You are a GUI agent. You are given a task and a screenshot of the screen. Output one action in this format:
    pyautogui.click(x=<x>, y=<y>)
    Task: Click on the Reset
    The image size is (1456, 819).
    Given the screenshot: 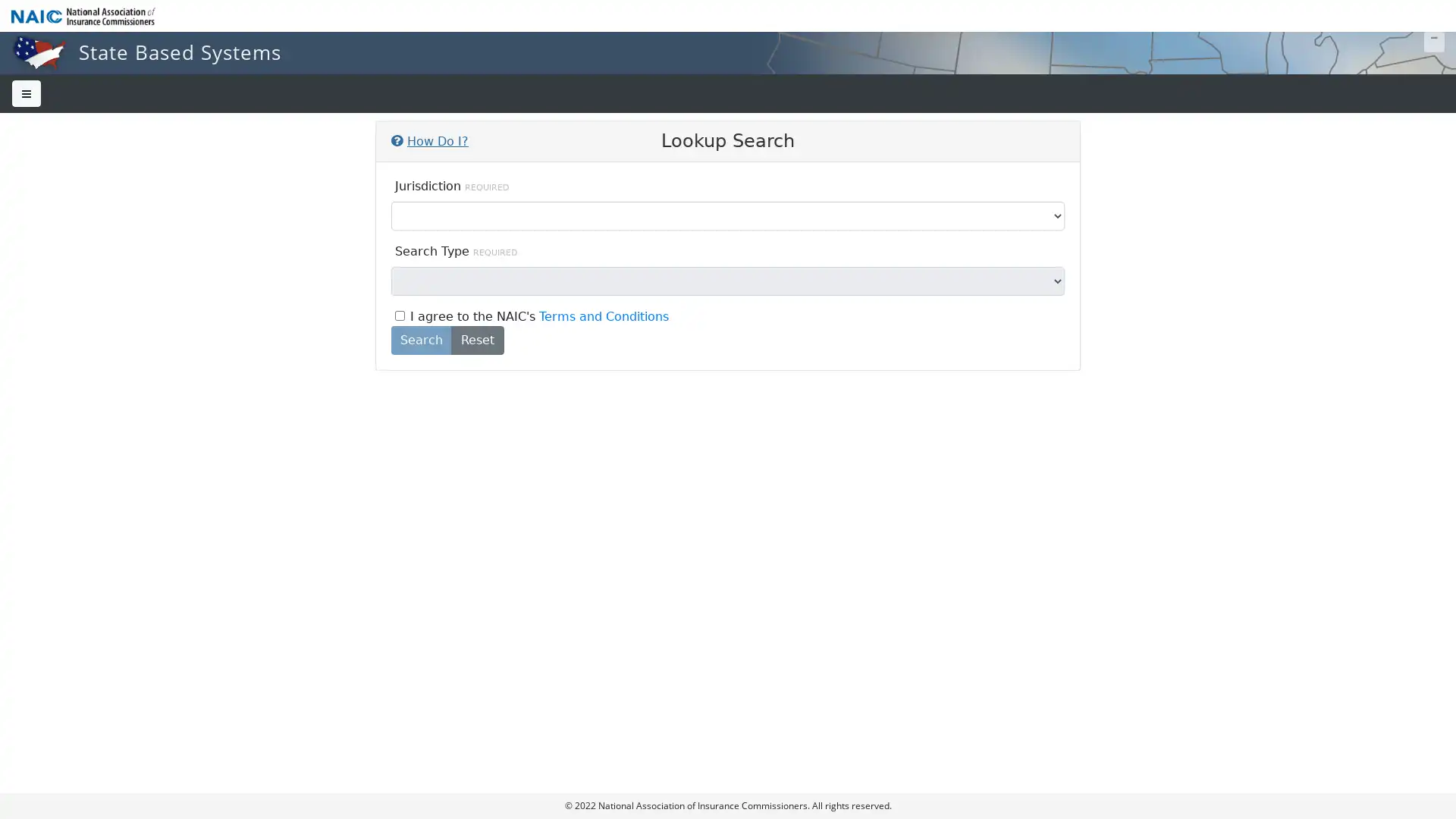 What is the action you would take?
    pyautogui.click(x=476, y=338)
    